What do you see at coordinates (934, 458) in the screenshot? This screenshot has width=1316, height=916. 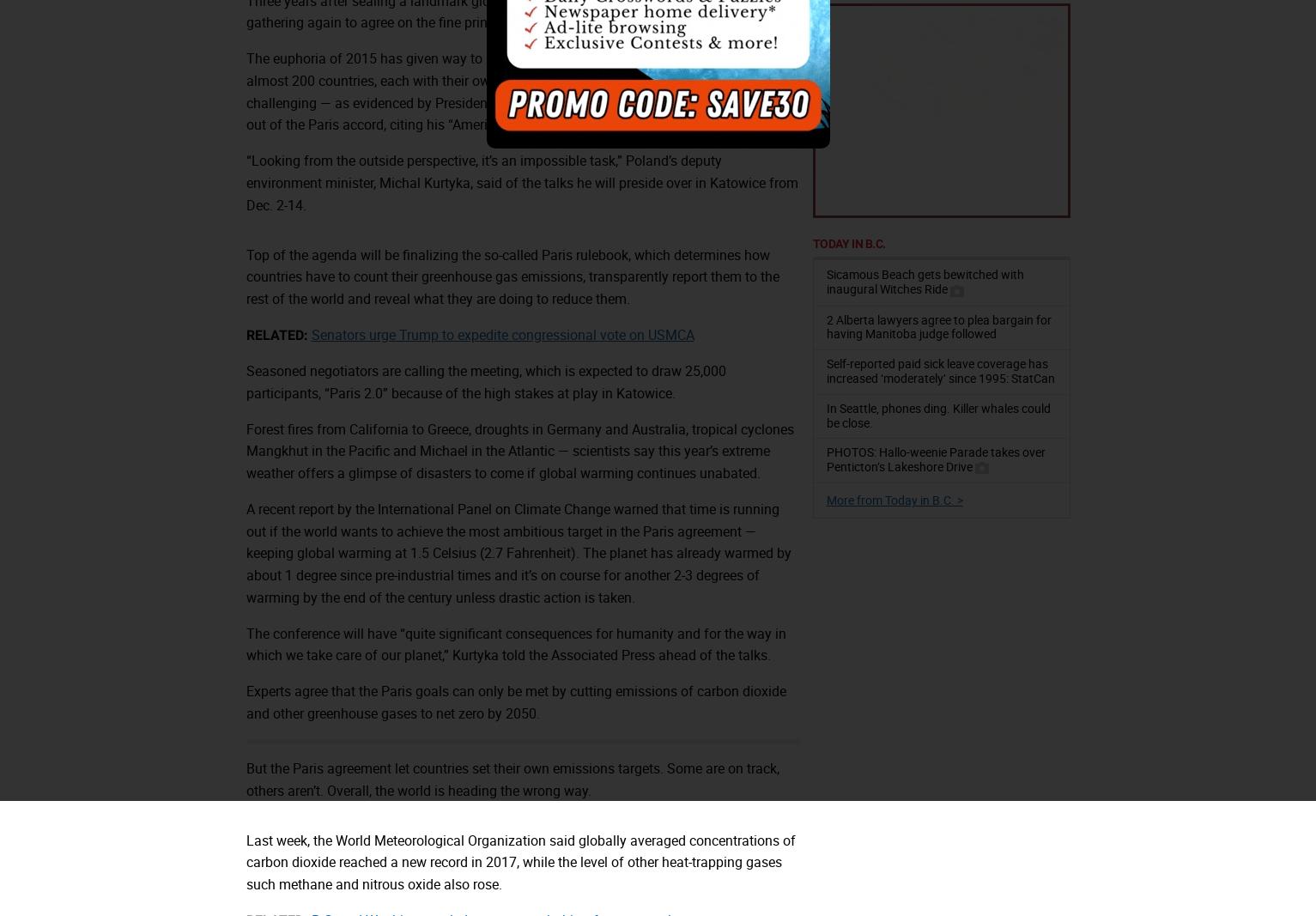 I see `'PHOTOS: Hallo-weenie Parade takes over Penticton’s Lakeshore Drive'` at bounding box center [934, 458].